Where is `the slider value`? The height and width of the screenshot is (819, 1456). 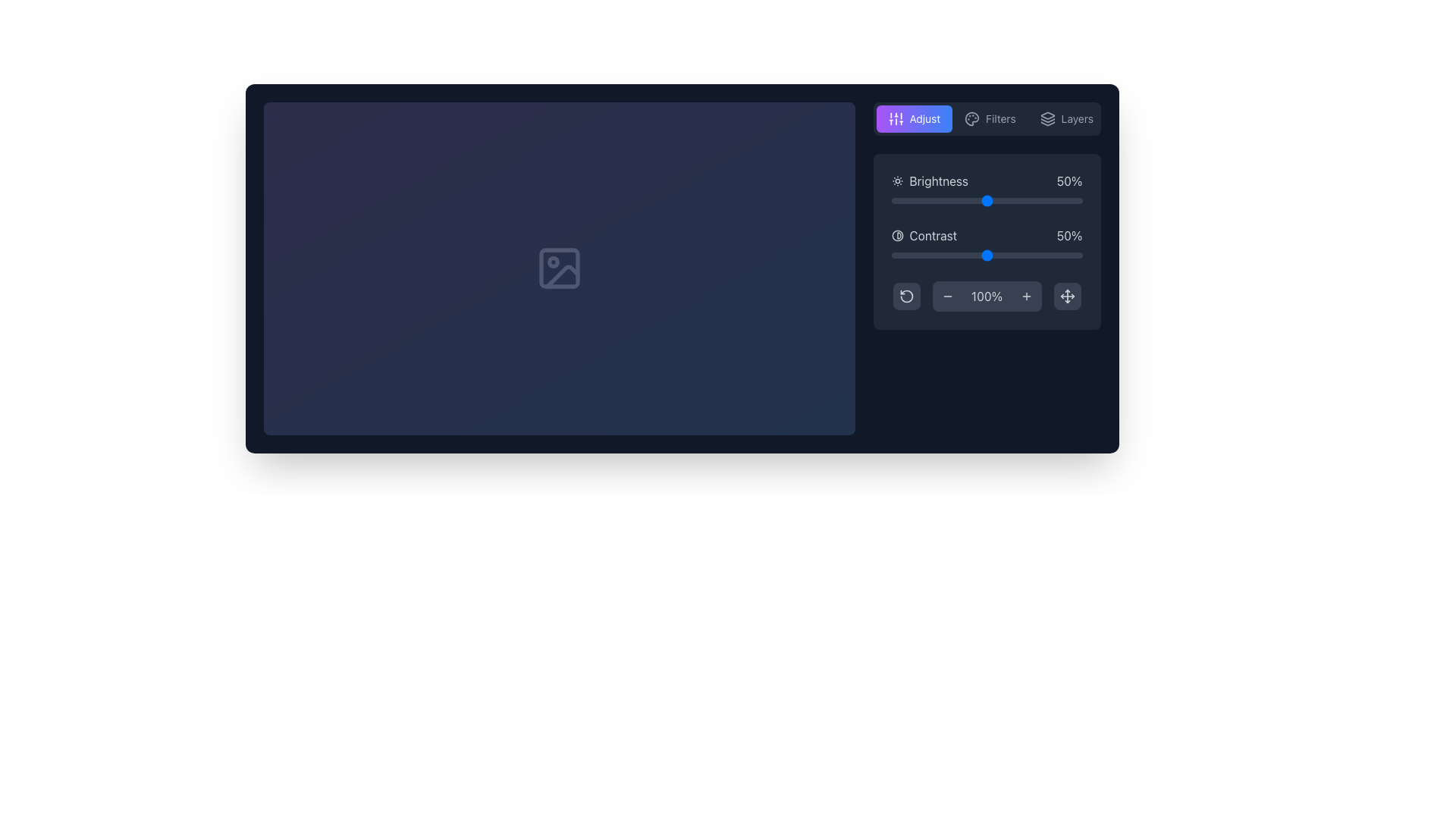
the slider value is located at coordinates (1019, 200).